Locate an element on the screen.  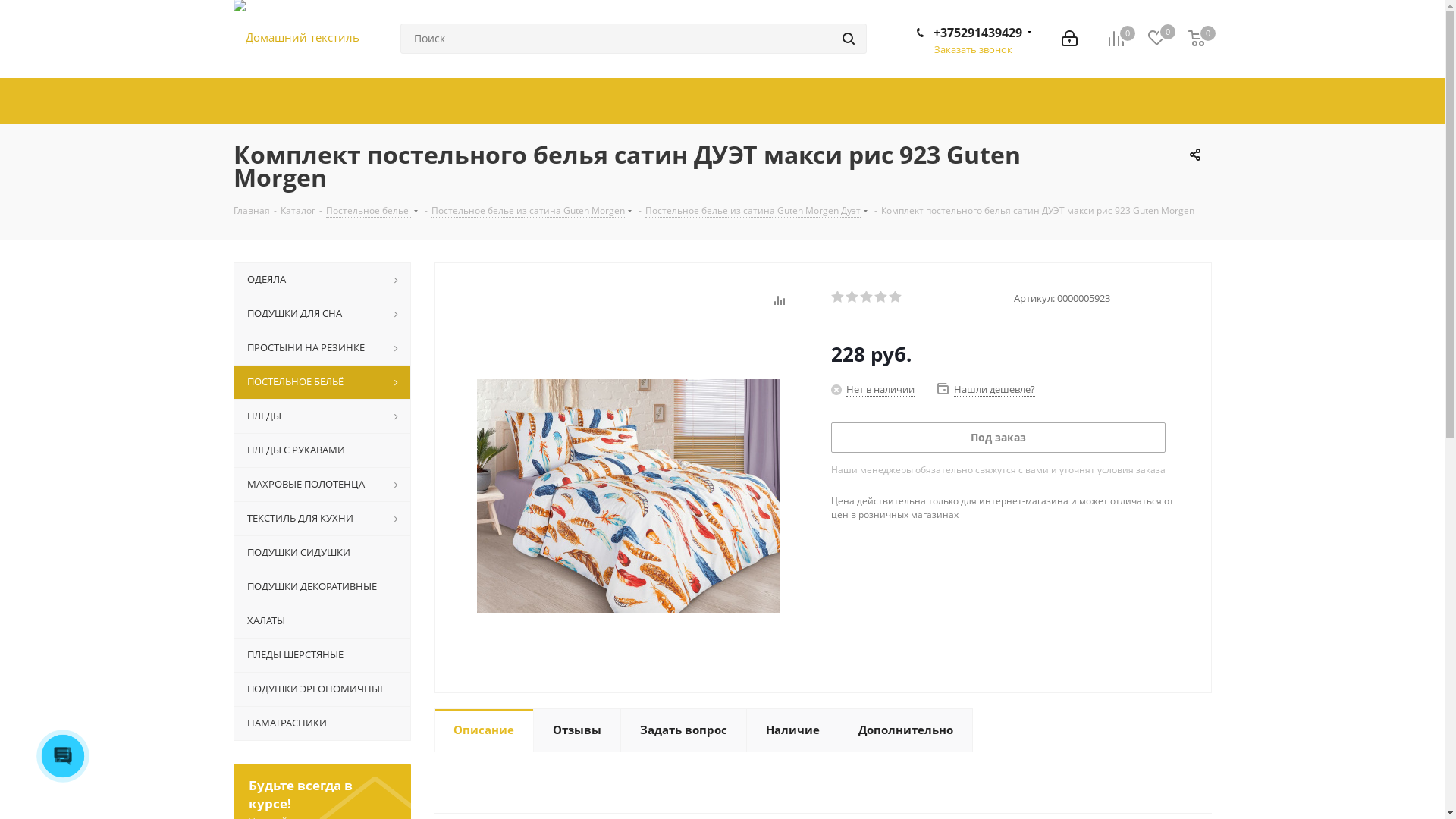
'2' is located at coordinates (852, 297).